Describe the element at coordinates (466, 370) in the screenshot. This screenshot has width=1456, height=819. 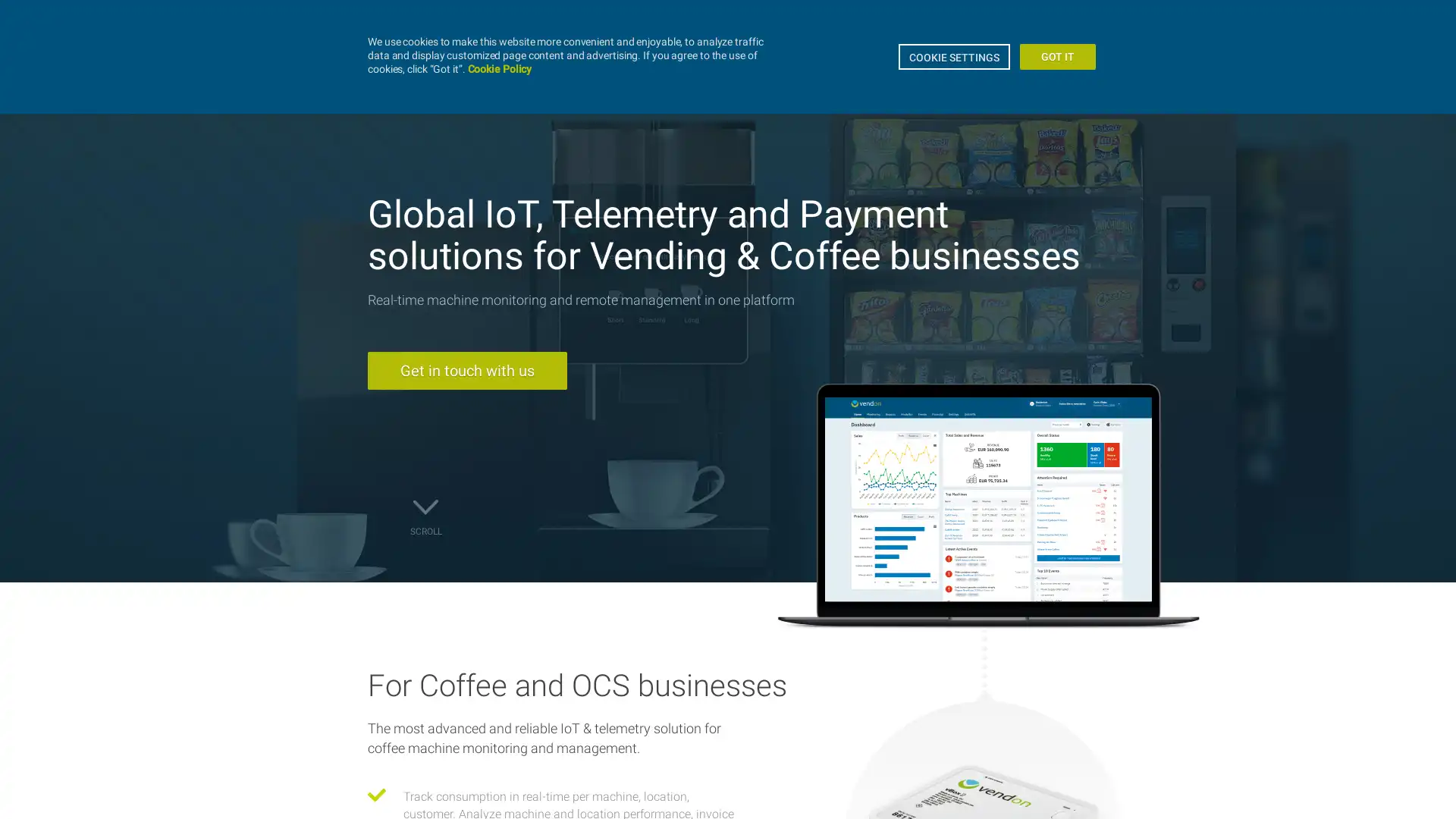
I see `Get in touch with us` at that location.